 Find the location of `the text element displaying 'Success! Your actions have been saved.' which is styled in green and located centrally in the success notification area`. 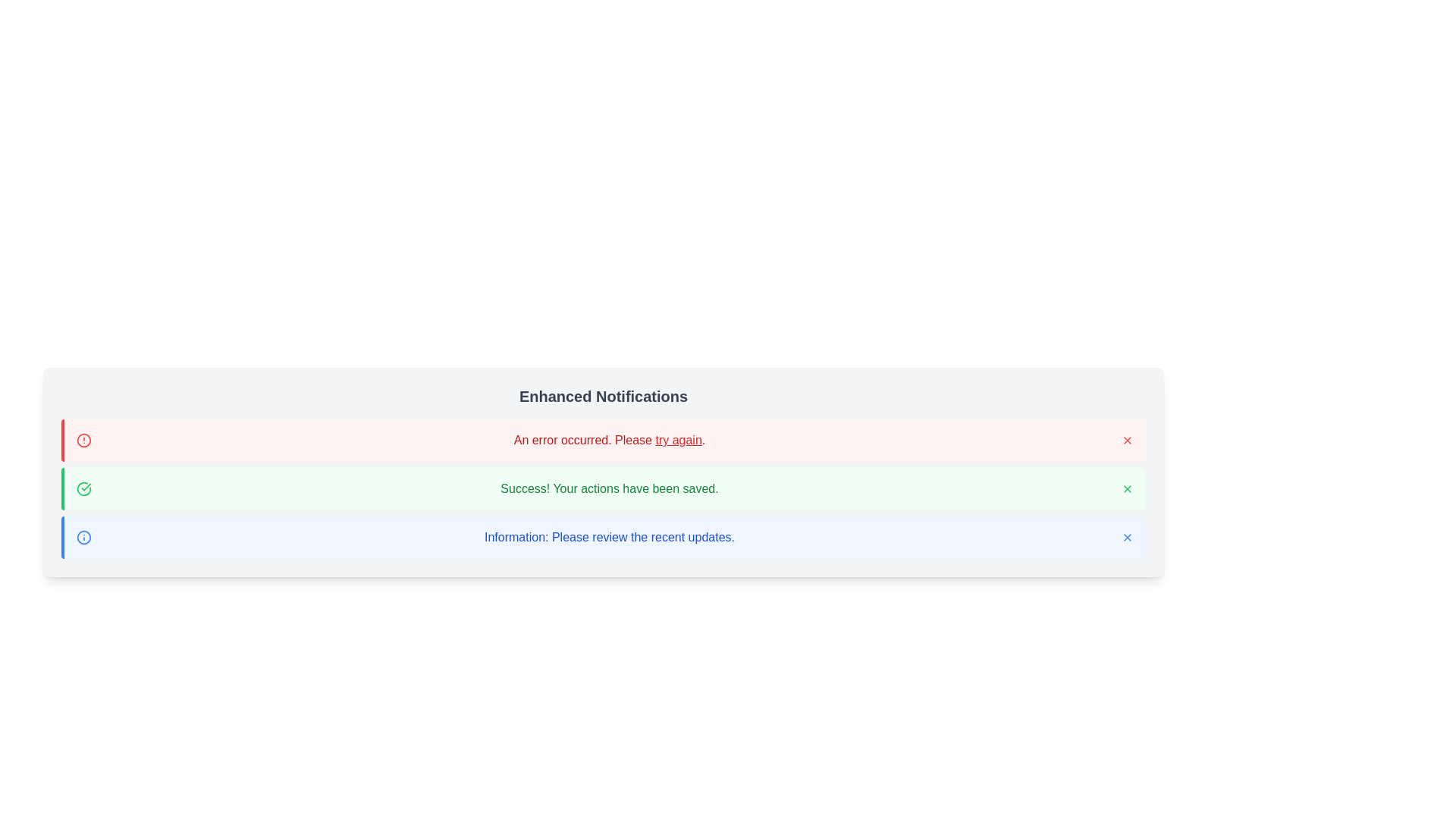

the text element displaying 'Success! Your actions have been saved.' which is styled in green and located centrally in the success notification area is located at coordinates (610, 488).